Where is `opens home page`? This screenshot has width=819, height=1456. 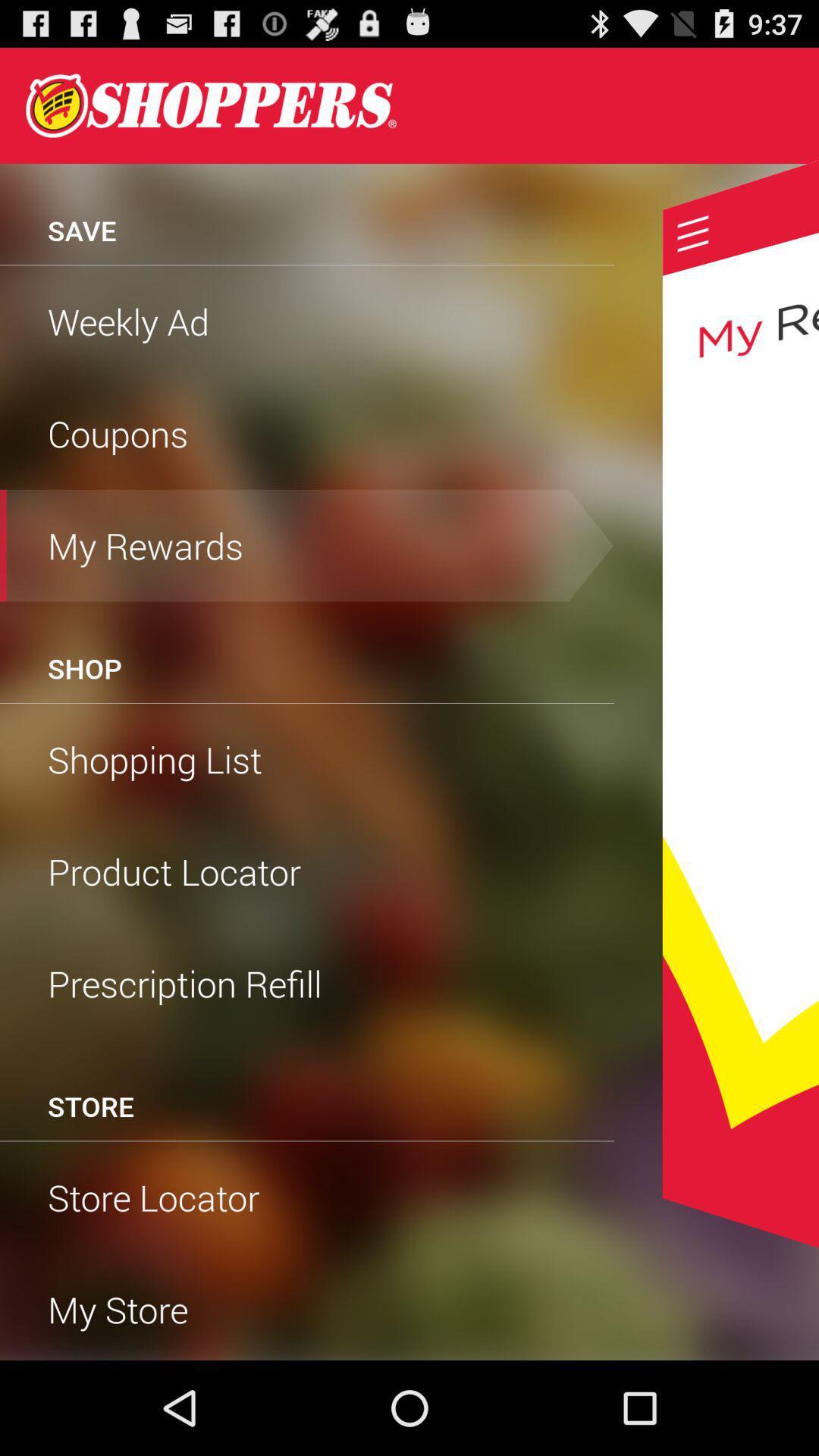
opens home page is located at coordinates (211, 105).